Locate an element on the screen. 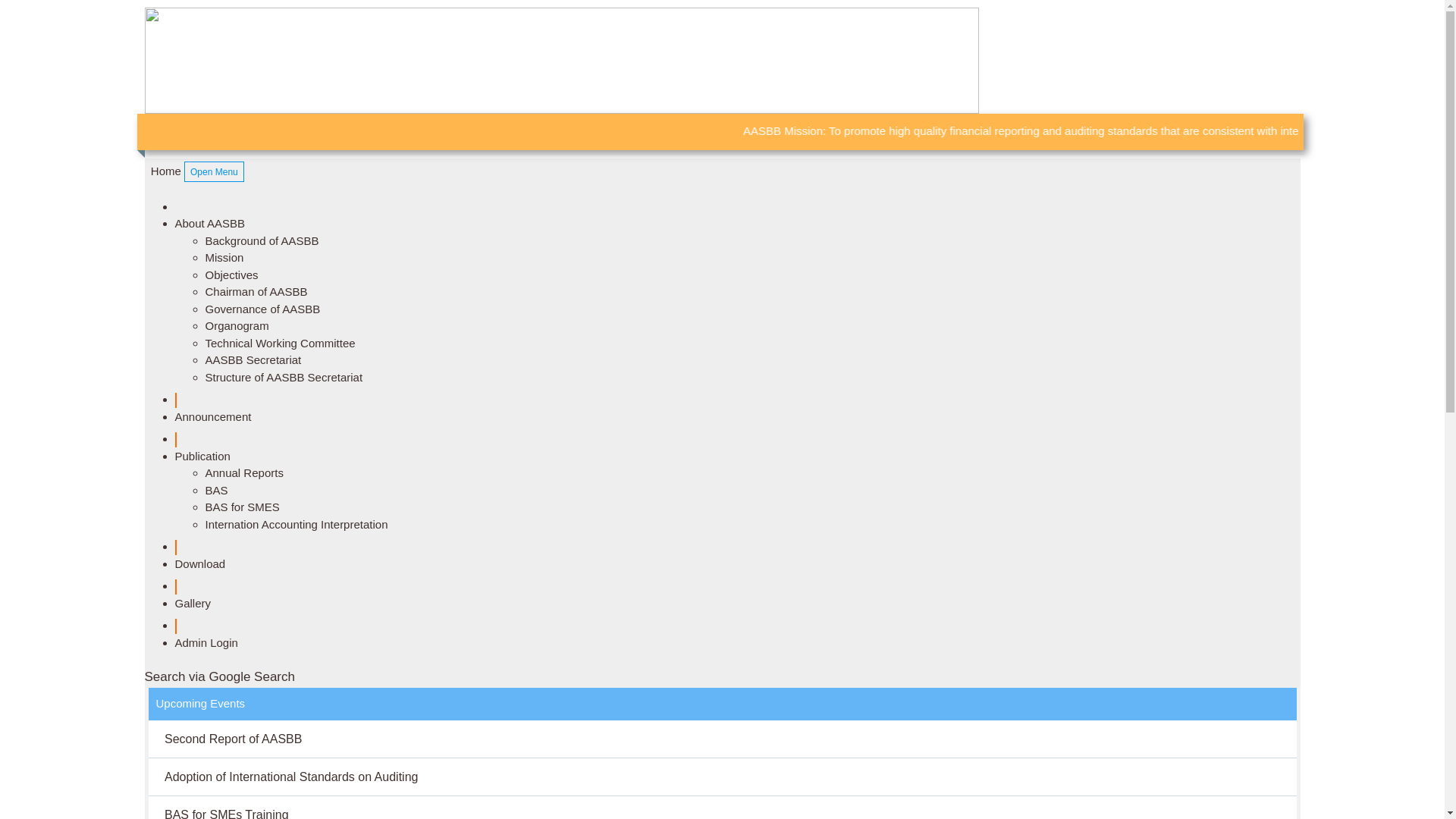 Image resolution: width=1456 pixels, height=819 pixels. 'Technical Working Committee' is located at coordinates (280, 343).